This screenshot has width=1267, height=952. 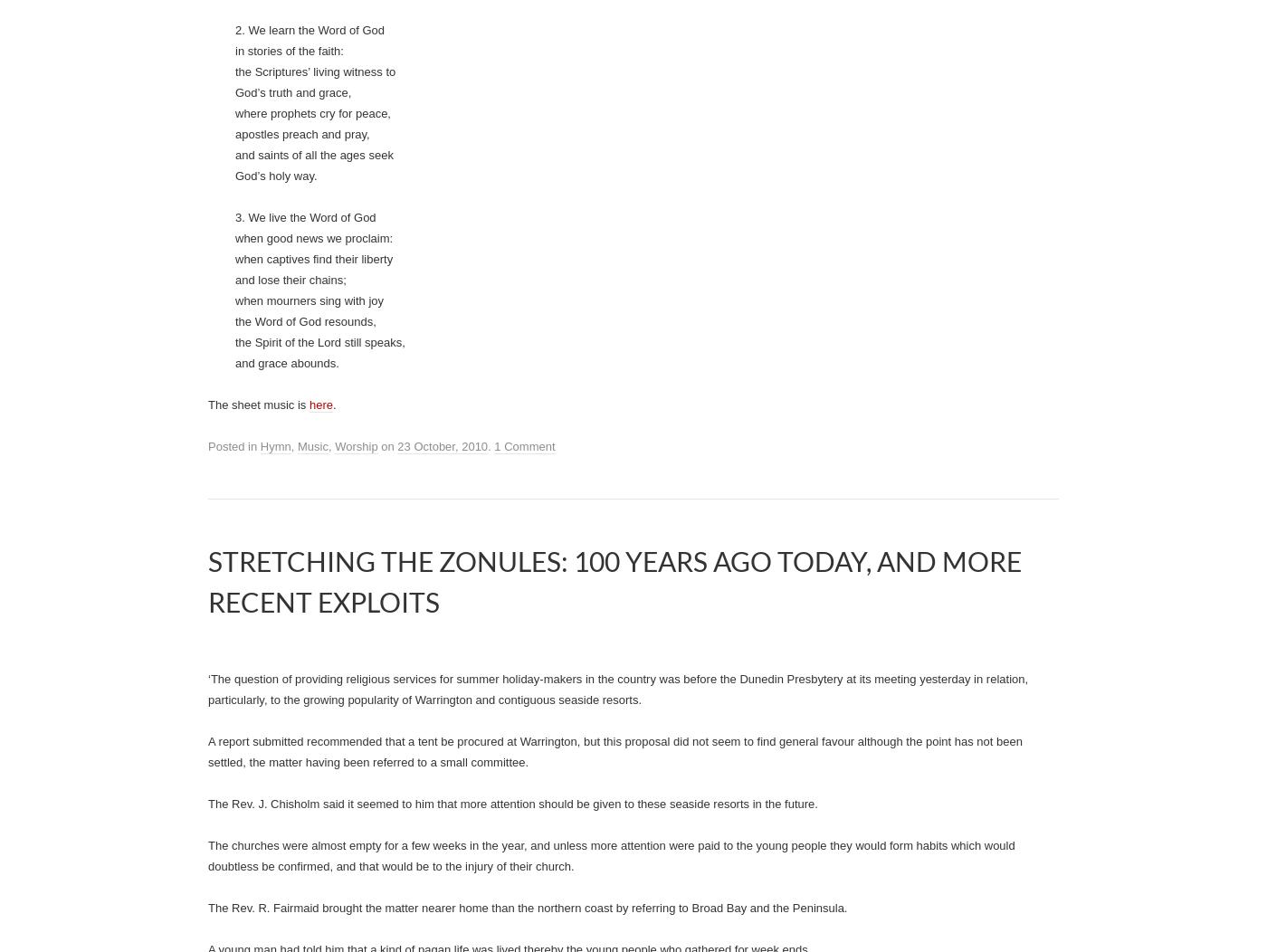 What do you see at coordinates (302, 828) in the screenshot?
I see `'apostles preach and pray,'` at bounding box center [302, 828].